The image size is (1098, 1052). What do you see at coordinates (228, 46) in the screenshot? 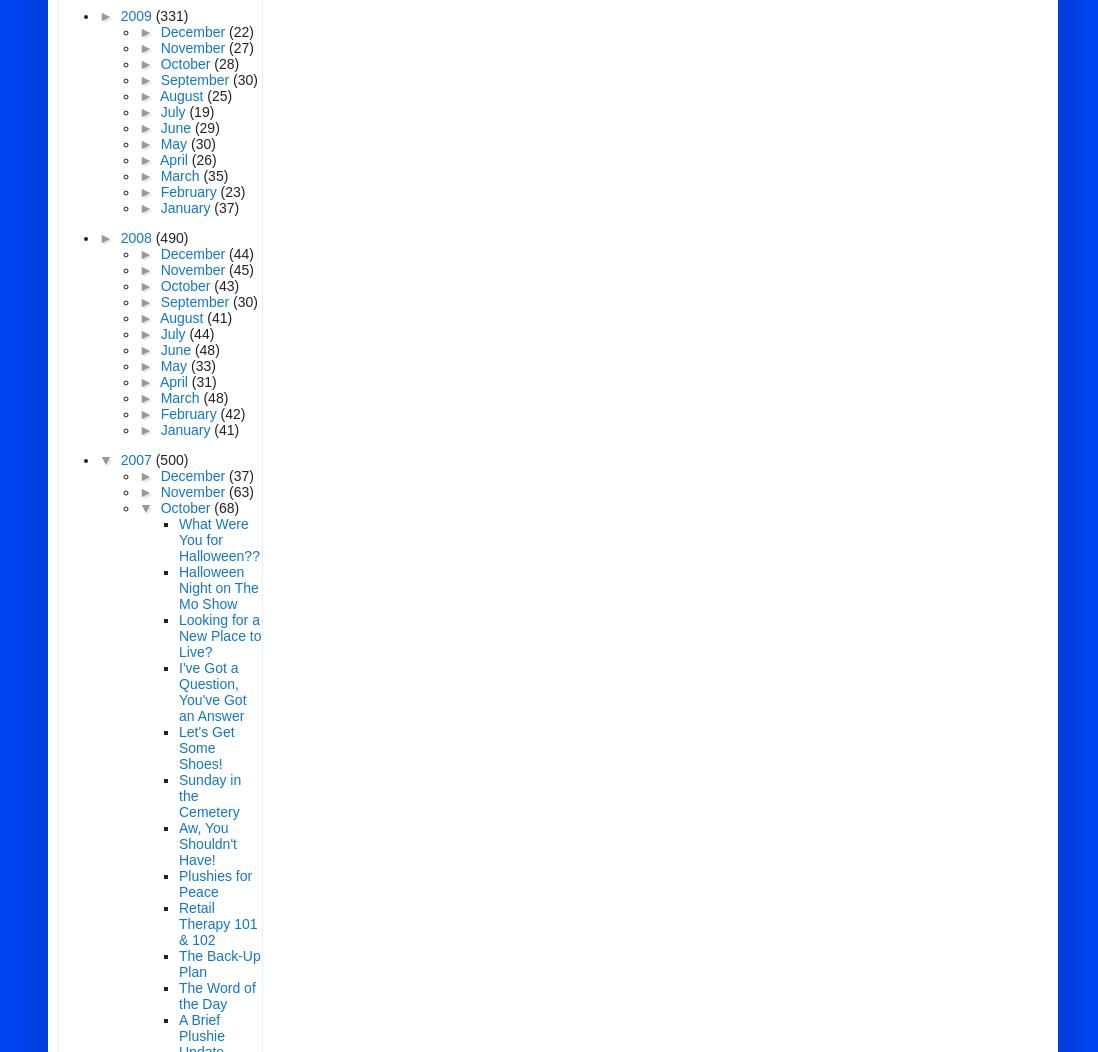
I see `'(27)'` at bounding box center [228, 46].